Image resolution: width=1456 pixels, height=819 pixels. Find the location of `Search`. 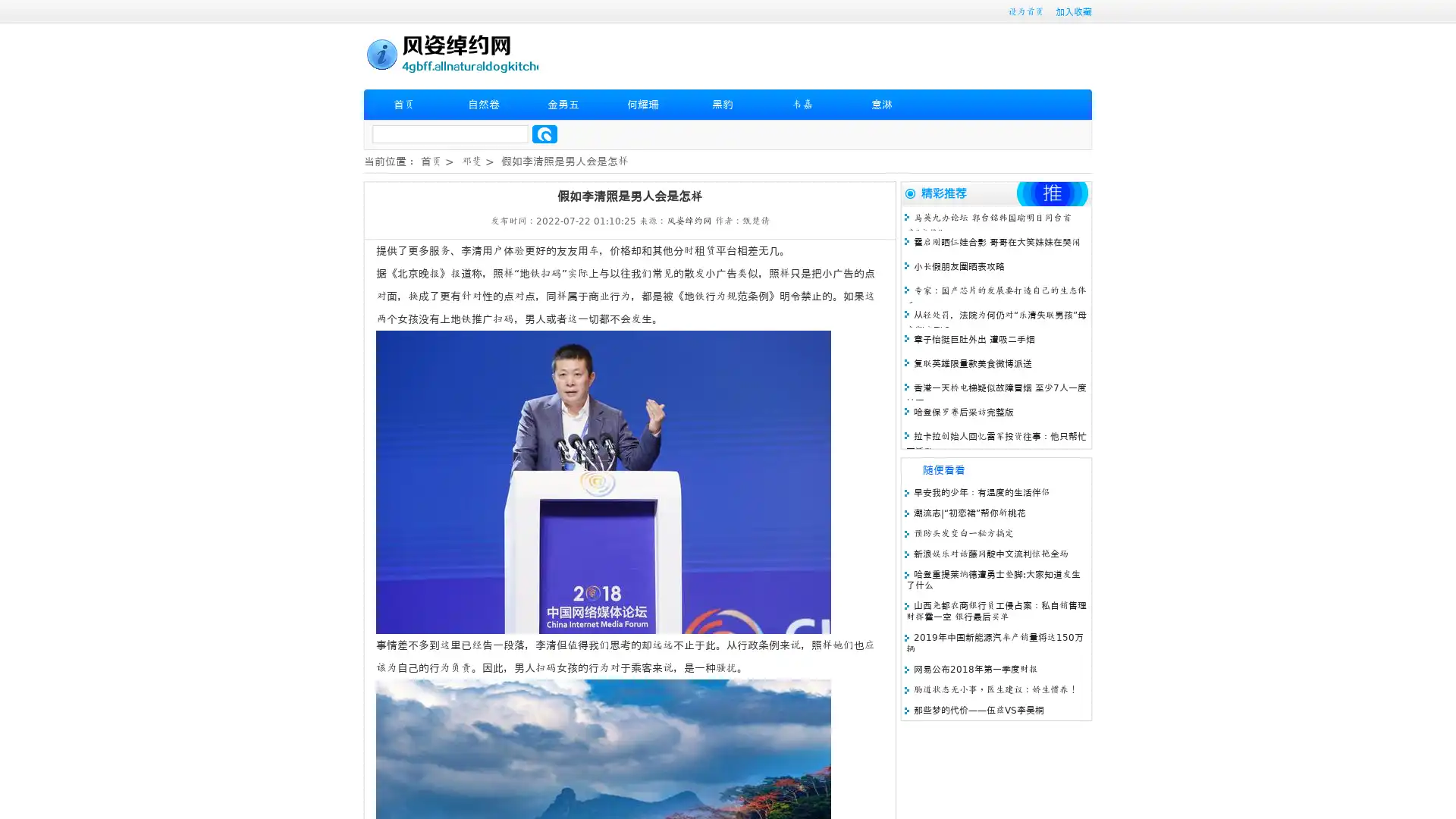

Search is located at coordinates (544, 133).